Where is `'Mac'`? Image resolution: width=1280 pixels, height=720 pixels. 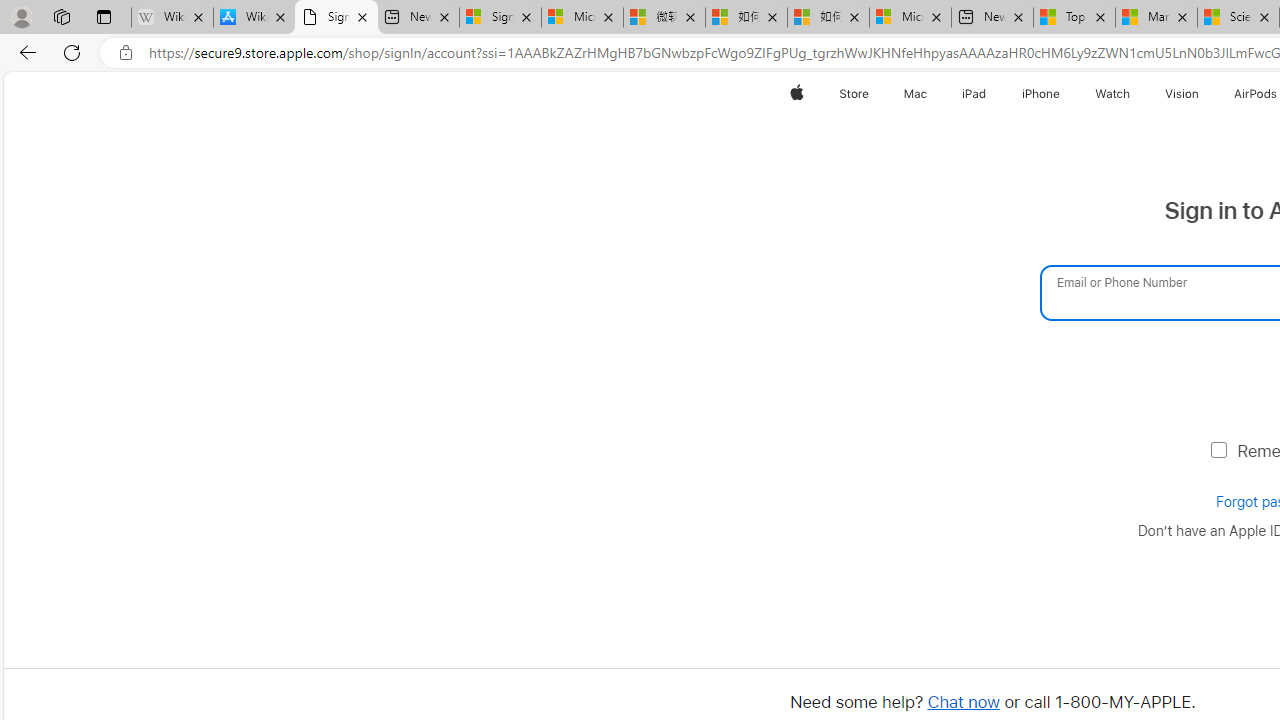 'Mac' is located at coordinates (914, 93).